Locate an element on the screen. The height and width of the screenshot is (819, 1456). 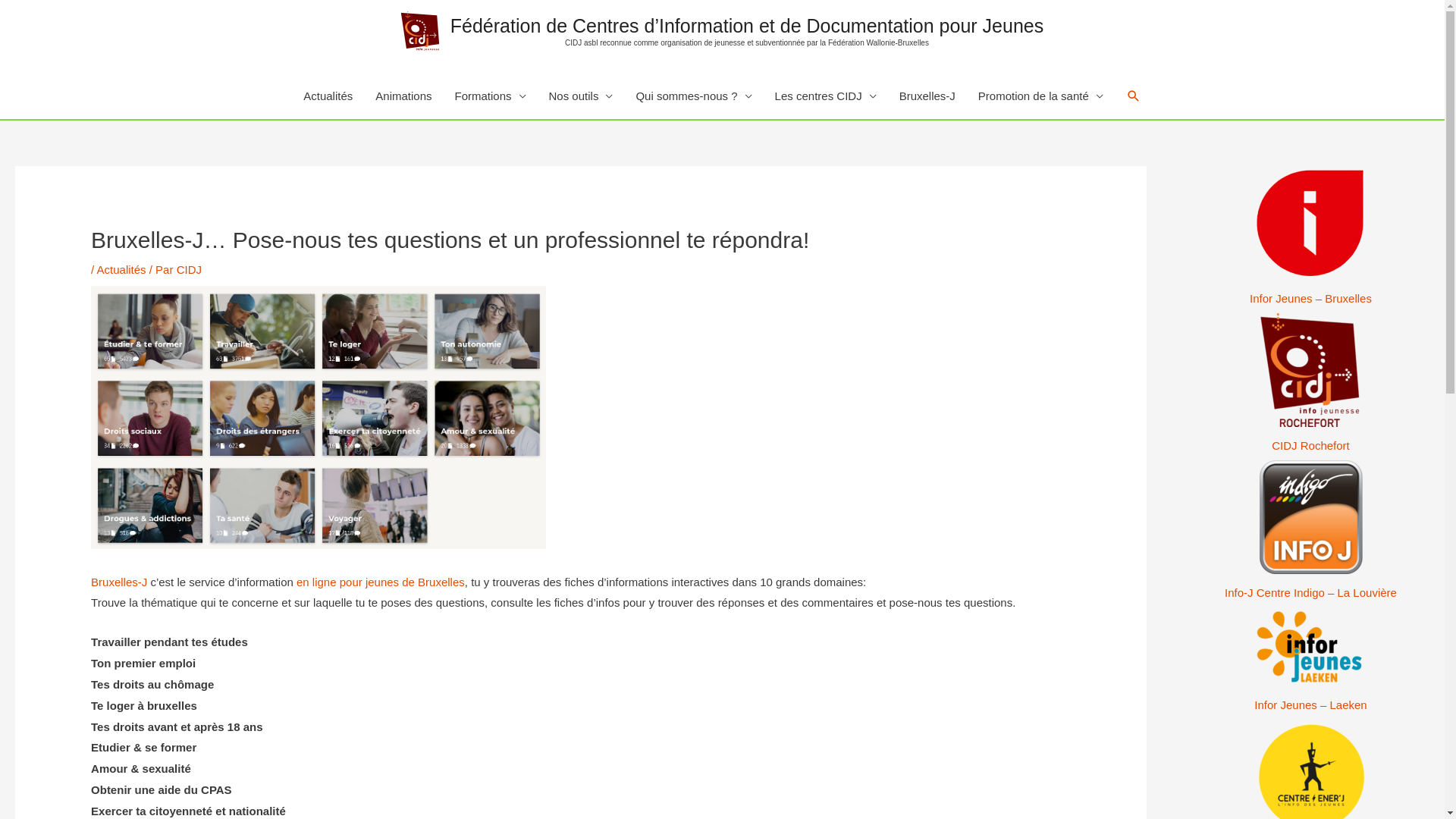
'CIDJ' is located at coordinates (188, 268).